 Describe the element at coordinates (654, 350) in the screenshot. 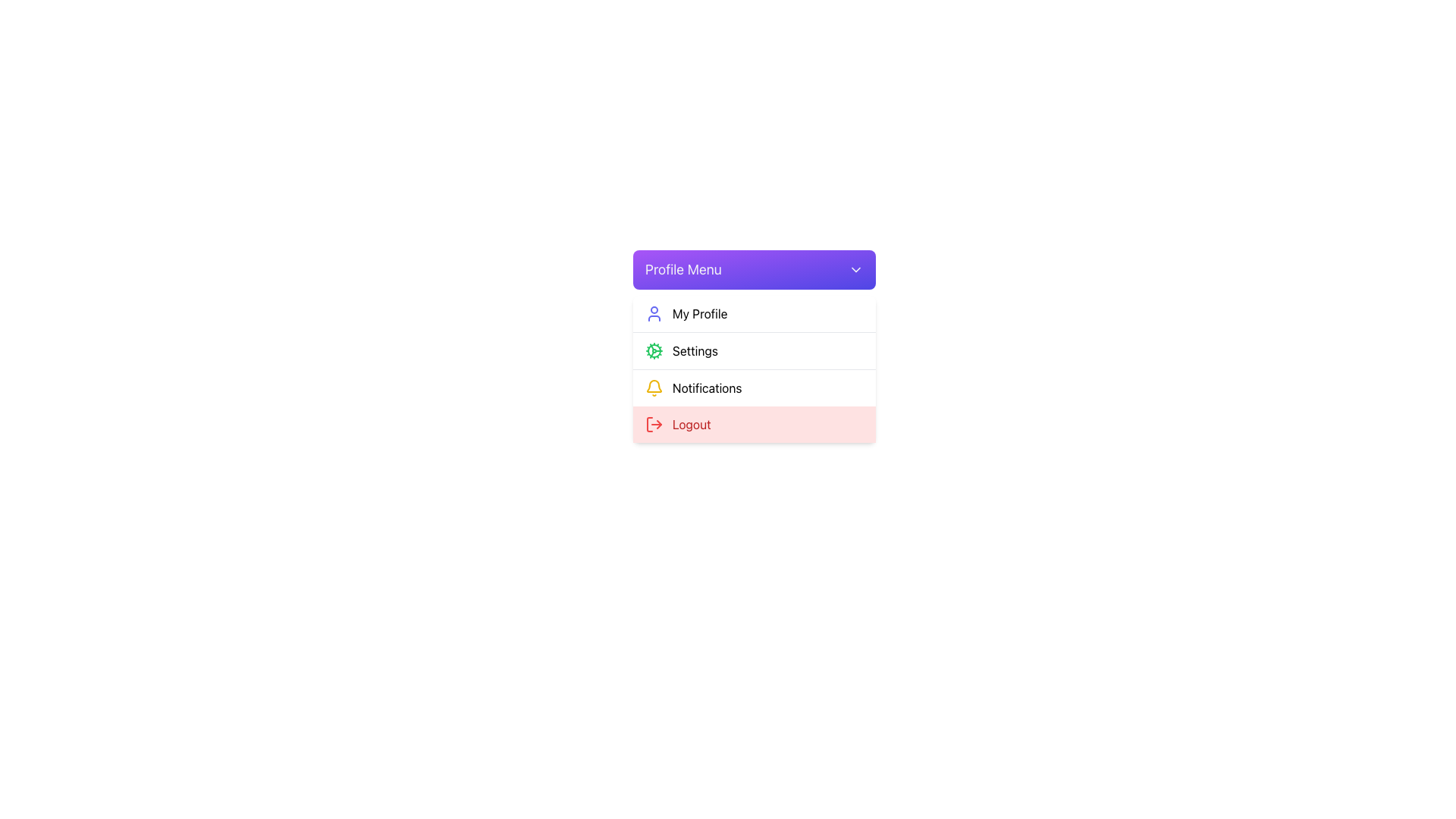

I see `the cog icon that is located to the left of the 'Settings' label in the 'Settings' menu entry, which is the second item in the dropdown list under 'Profile Menu'` at that location.